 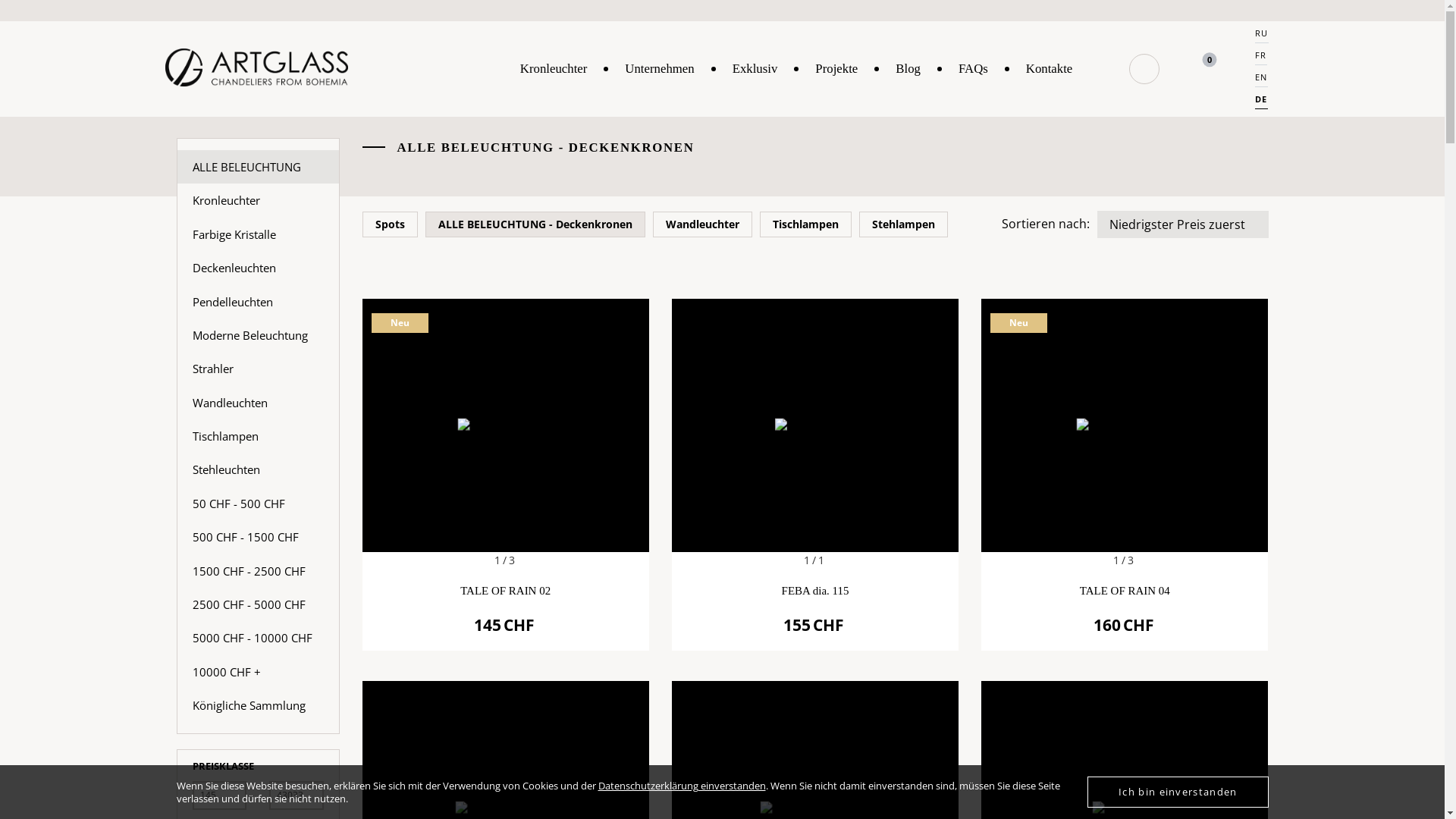 I want to click on 'Kronleuchter', so click(x=258, y=199).